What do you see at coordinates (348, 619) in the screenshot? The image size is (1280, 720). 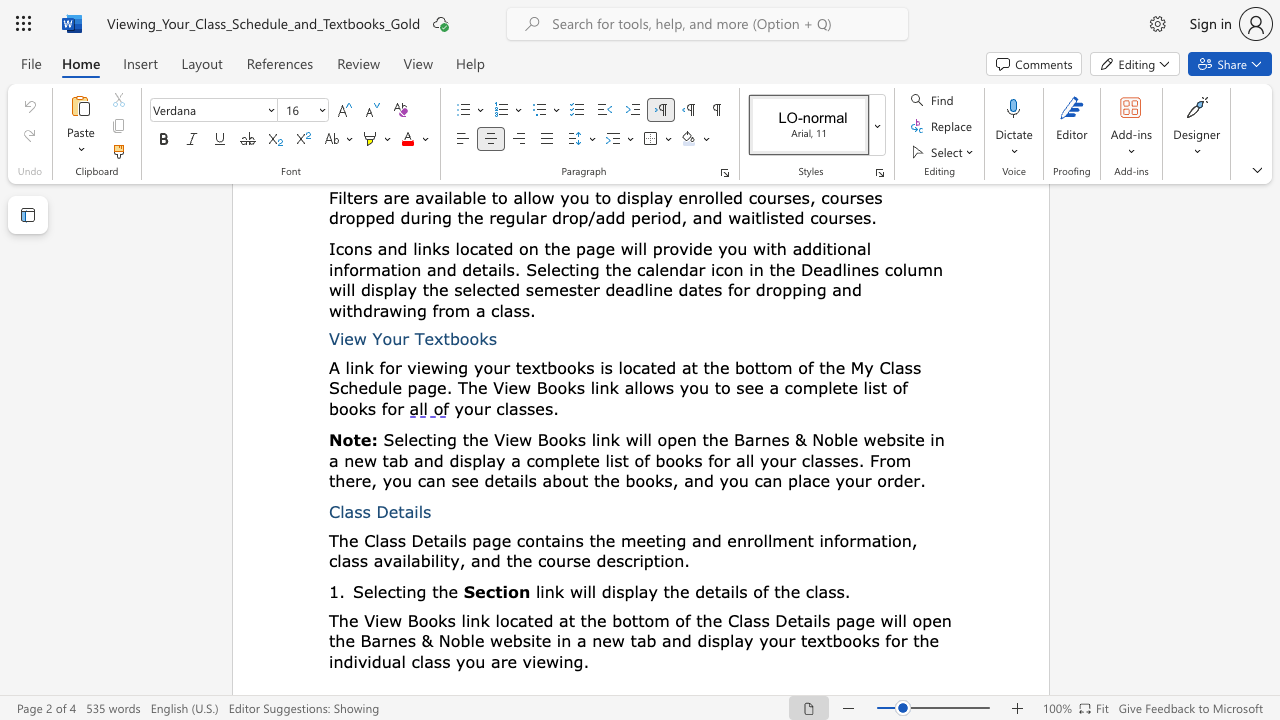 I see `the subset text "e View Books link" within the text "The View Books link"` at bounding box center [348, 619].